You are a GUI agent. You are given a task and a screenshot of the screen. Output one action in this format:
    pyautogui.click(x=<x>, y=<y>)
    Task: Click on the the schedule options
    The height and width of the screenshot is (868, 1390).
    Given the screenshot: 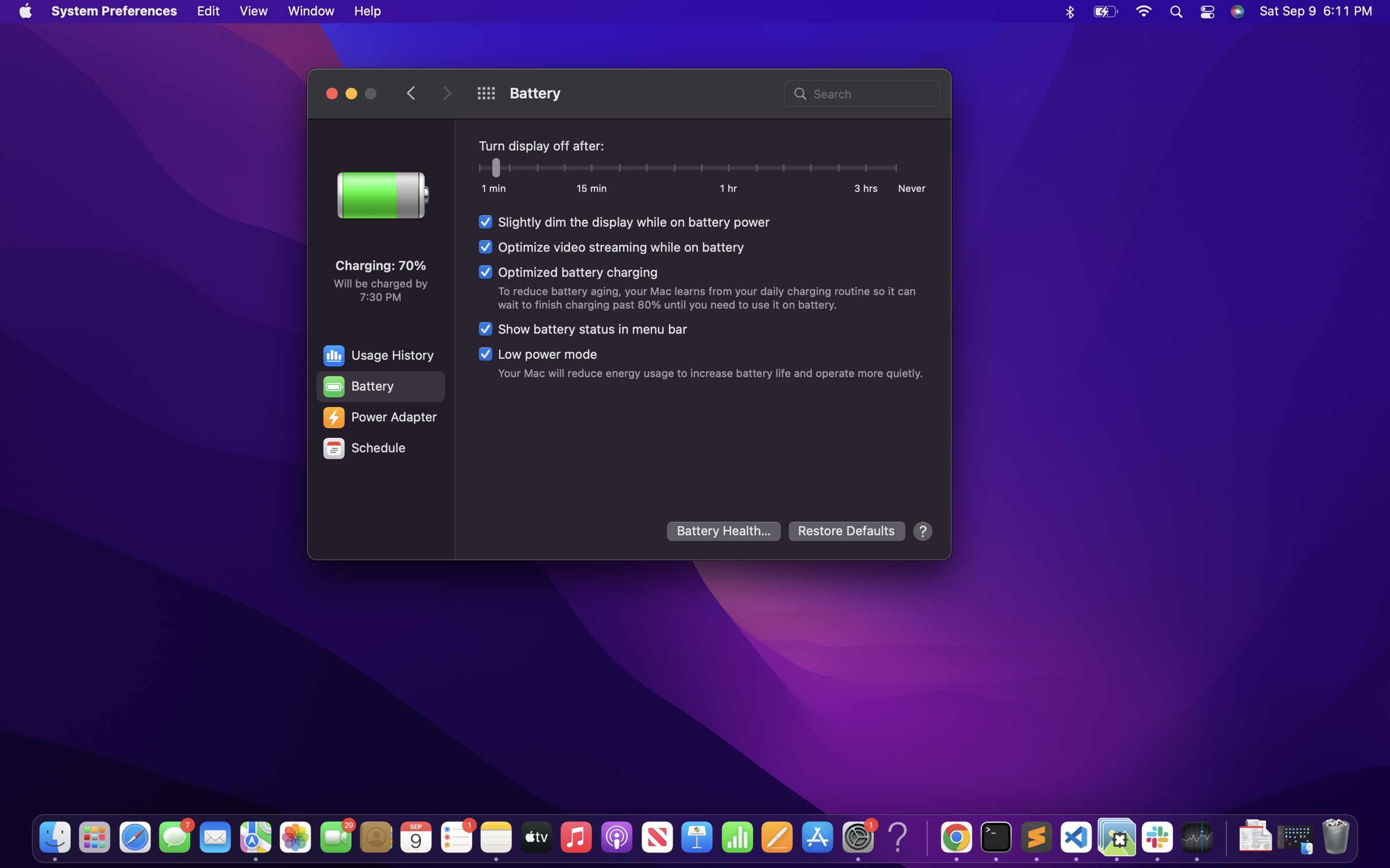 What is the action you would take?
    pyautogui.click(x=379, y=448)
    